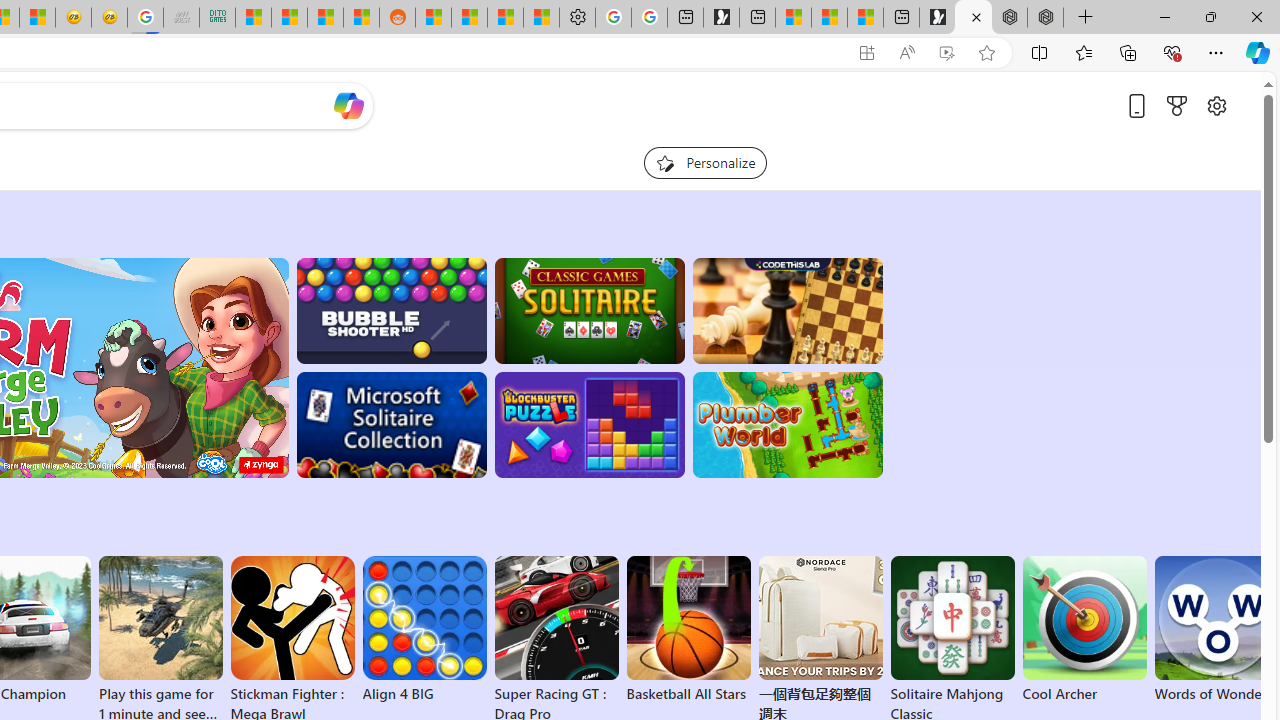 Image resolution: width=1280 pixels, height=720 pixels. I want to click on 'Master Chess', so click(786, 311).